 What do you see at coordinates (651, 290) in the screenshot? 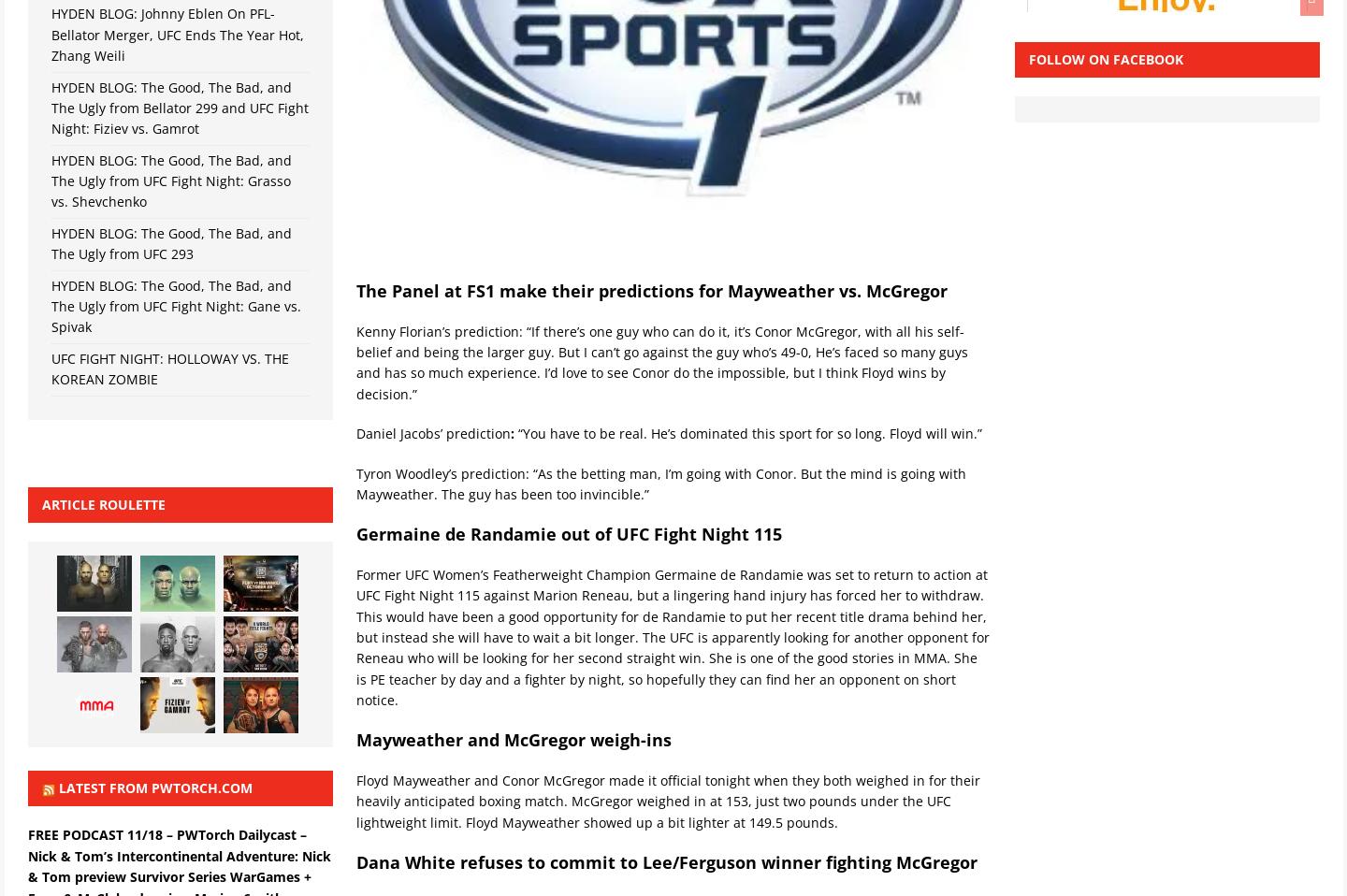
I see `'The Panel at FS1 make their predictions for Mayweather vs. McGregor'` at bounding box center [651, 290].